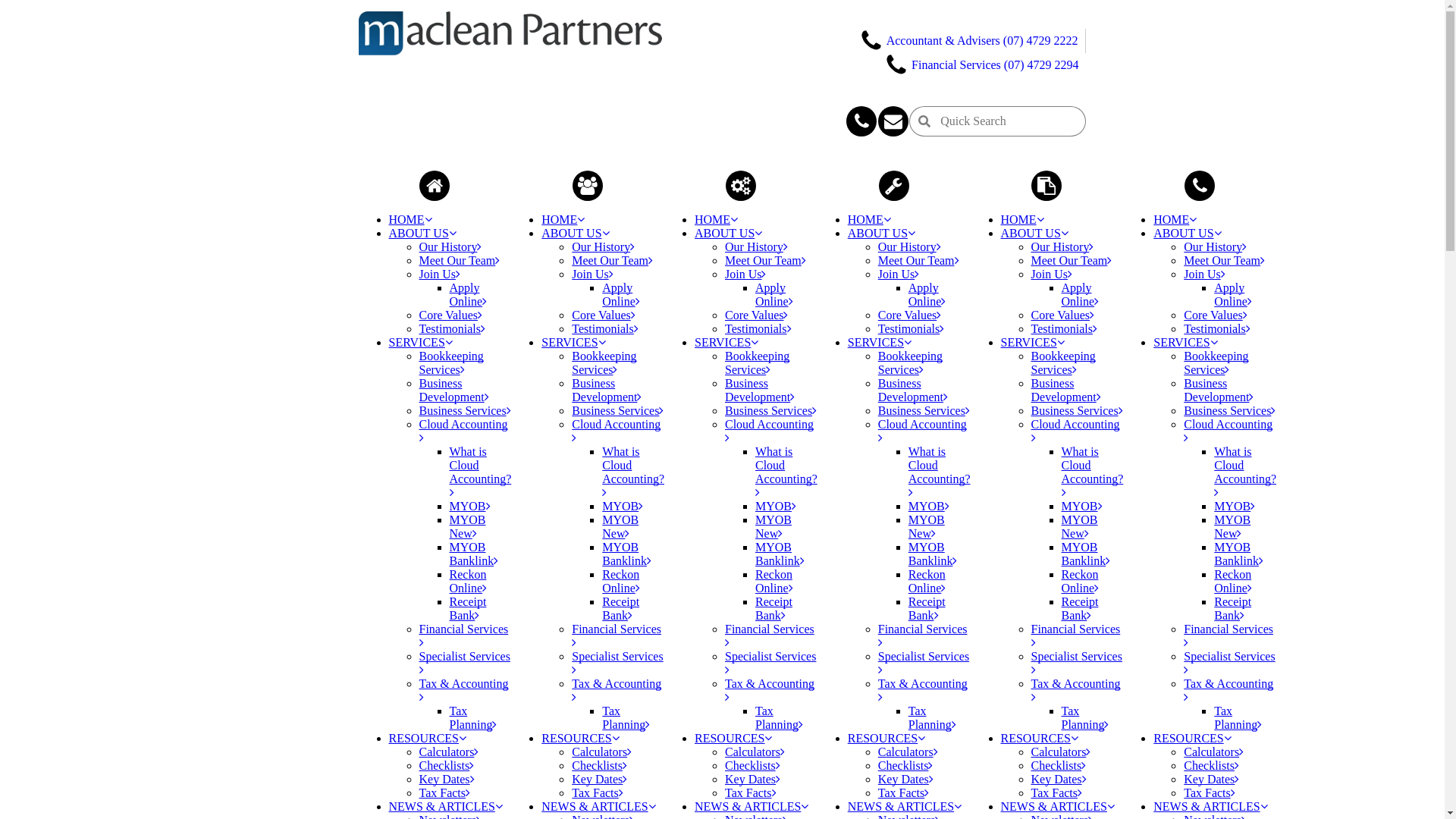 Image resolution: width=1456 pixels, height=819 pixels. I want to click on 'SERVICES', so click(573, 342).